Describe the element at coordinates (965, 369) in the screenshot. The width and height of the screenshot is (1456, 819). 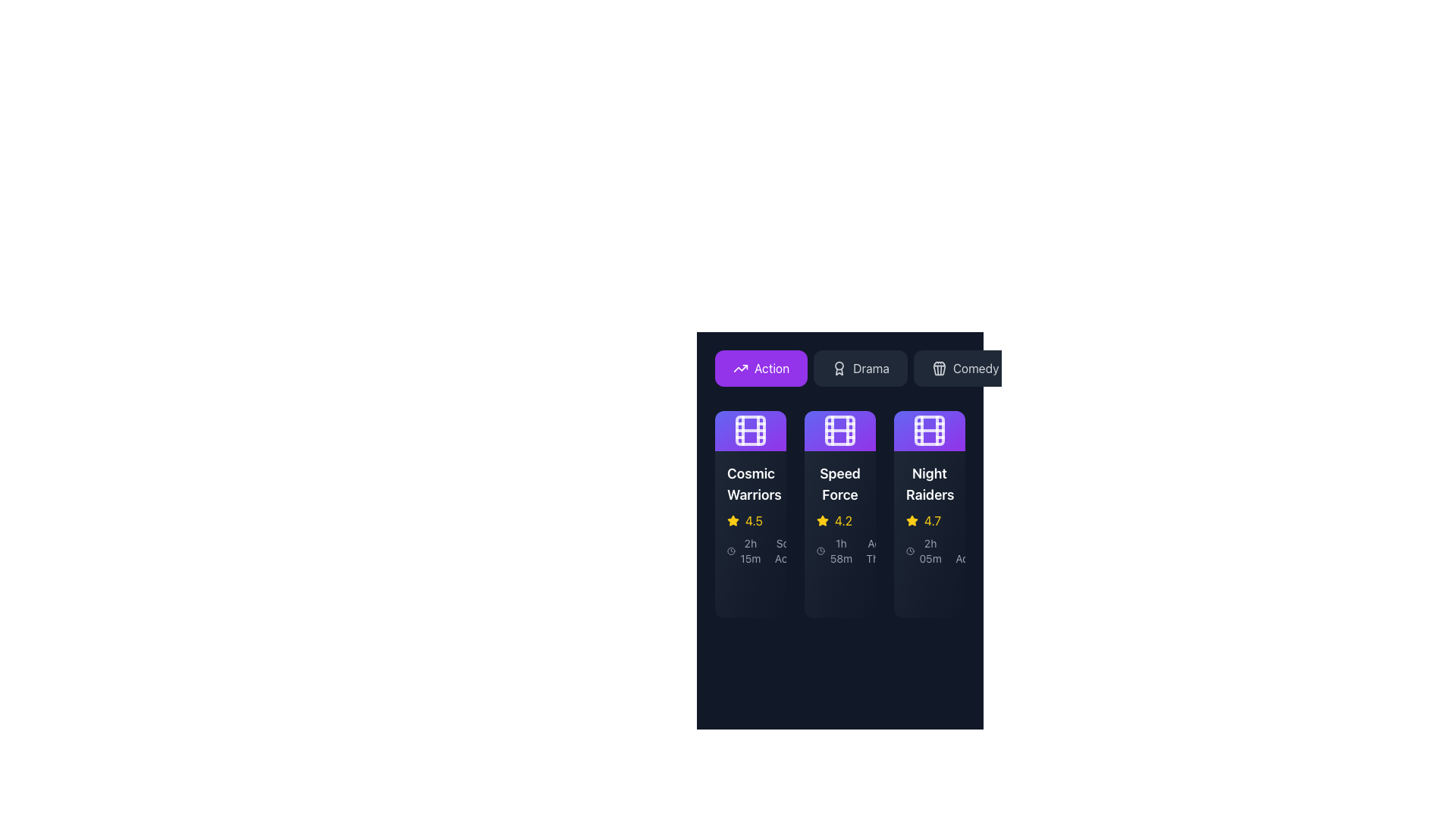
I see `the 'Comedy' button, which is the third button in a horizontal group, to change its background color to a lighter gray` at that location.